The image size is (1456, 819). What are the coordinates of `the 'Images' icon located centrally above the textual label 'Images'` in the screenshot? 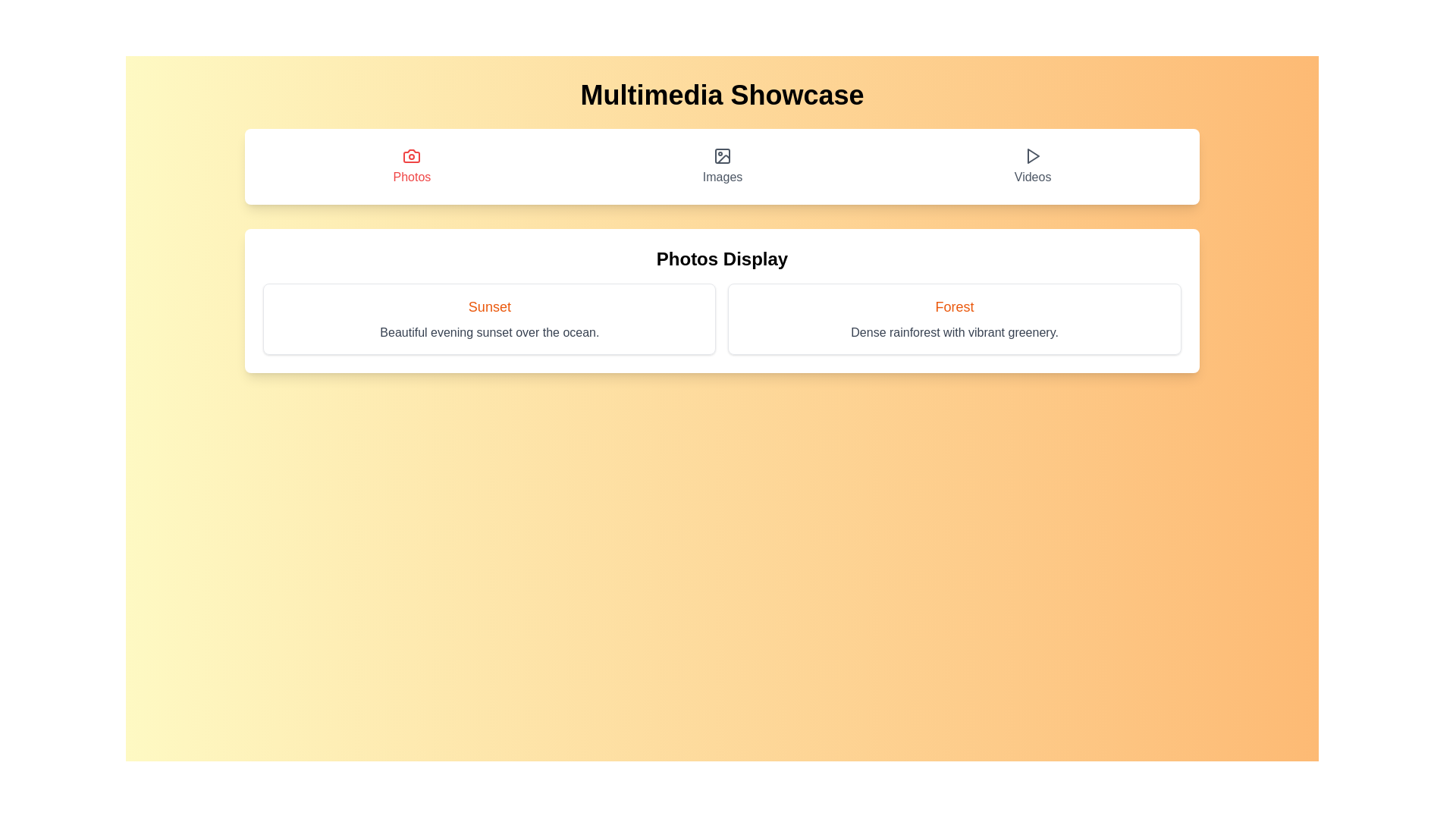 It's located at (722, 155).